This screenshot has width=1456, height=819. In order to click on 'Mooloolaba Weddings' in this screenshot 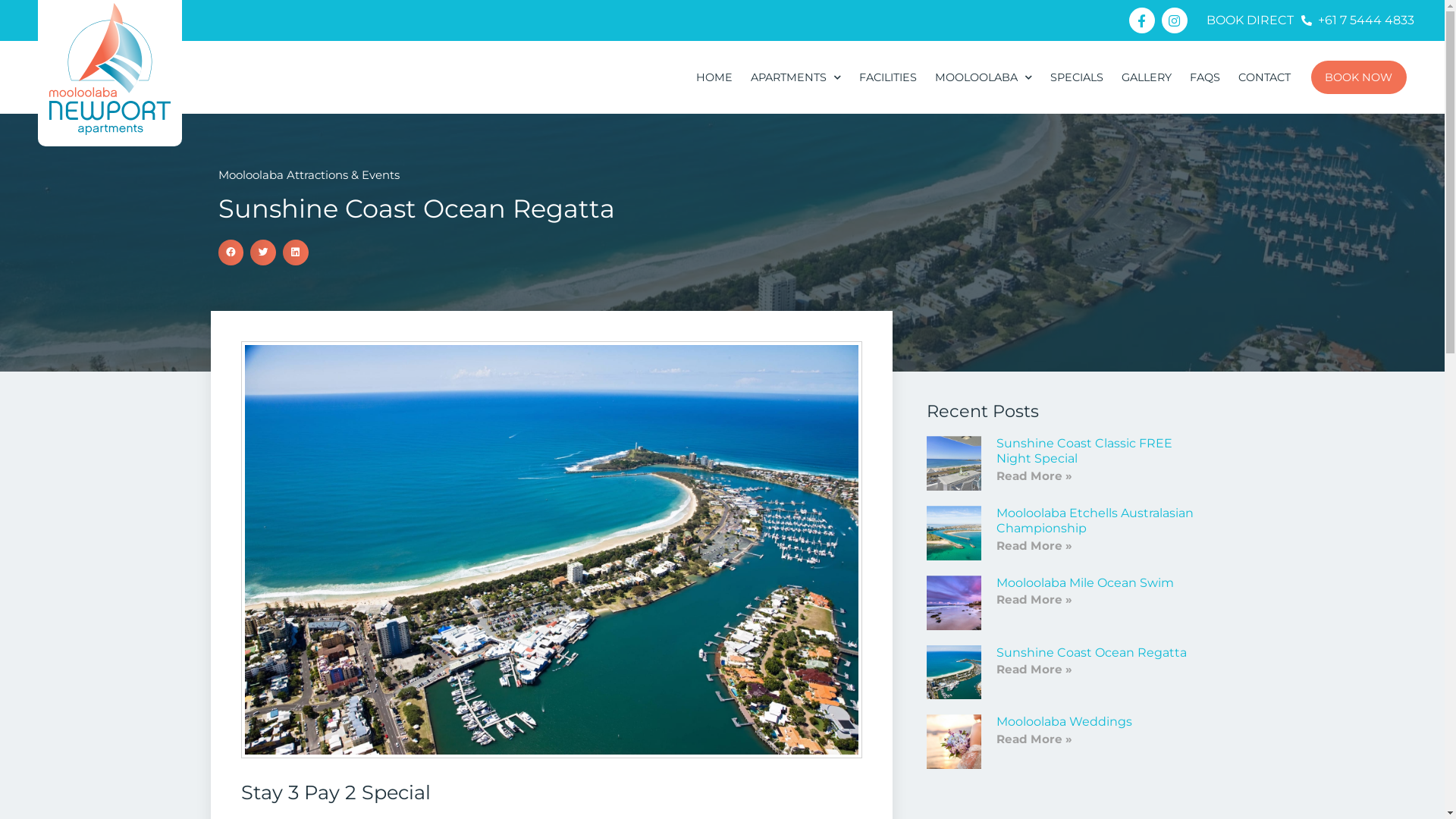, I will do `click(1063, 720)`.